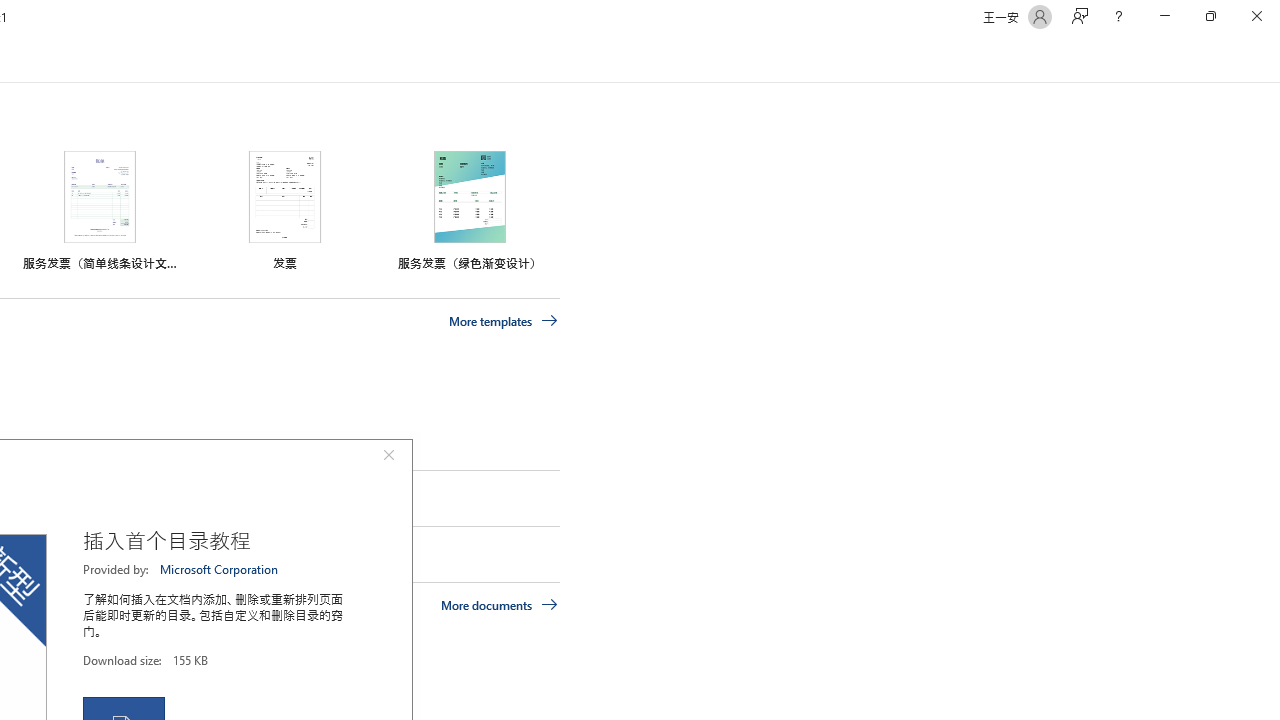 This screenshot has height=720, width=1280. I want to click on 'Help', so click(1117, 16).